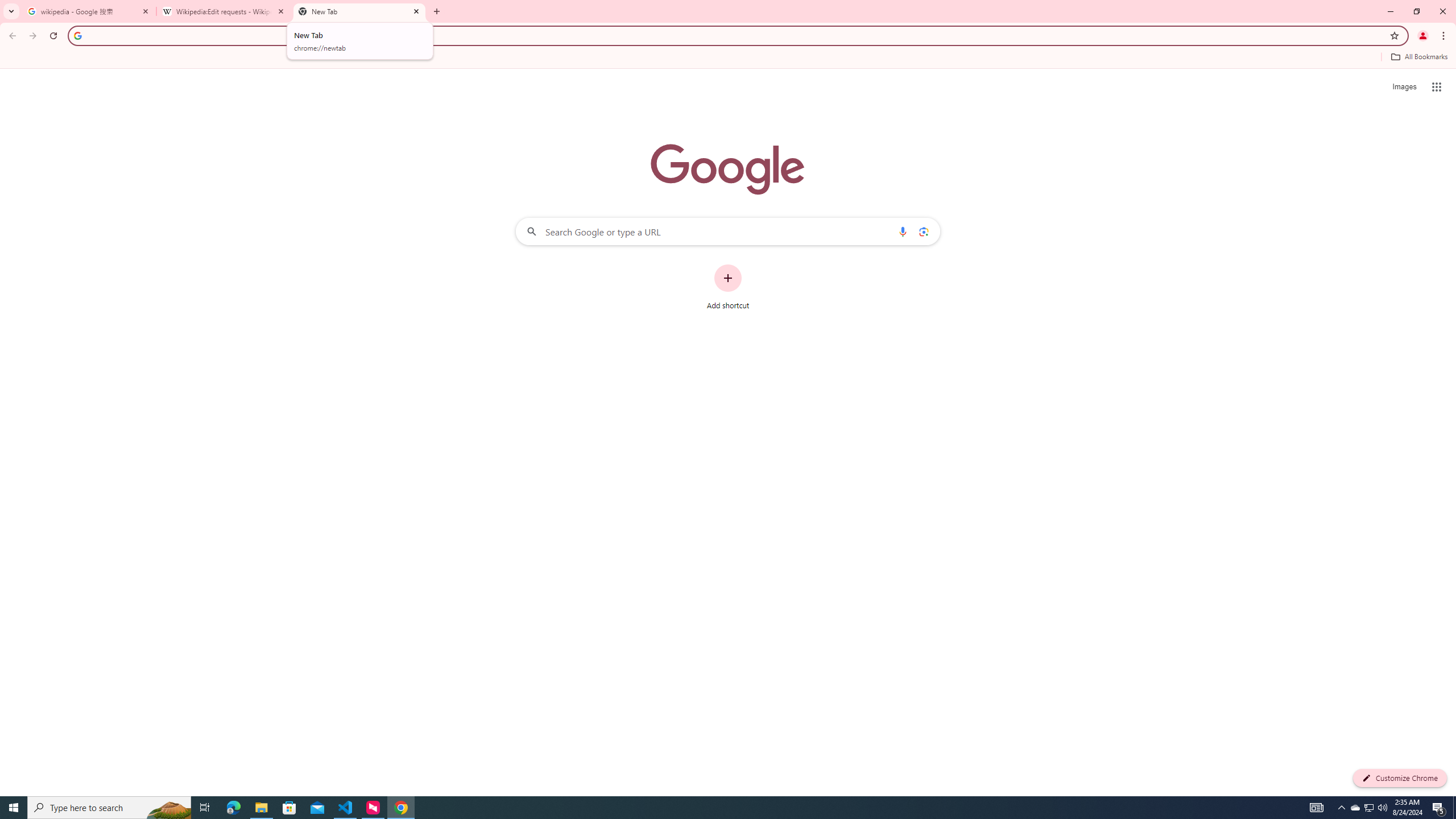 The width and height of the screenshot is (1456, 819). What do you see at coordinates (1400, 777) in the screenshot?
I see `'Customize Chrome'` at bounding box center [1400, 777].